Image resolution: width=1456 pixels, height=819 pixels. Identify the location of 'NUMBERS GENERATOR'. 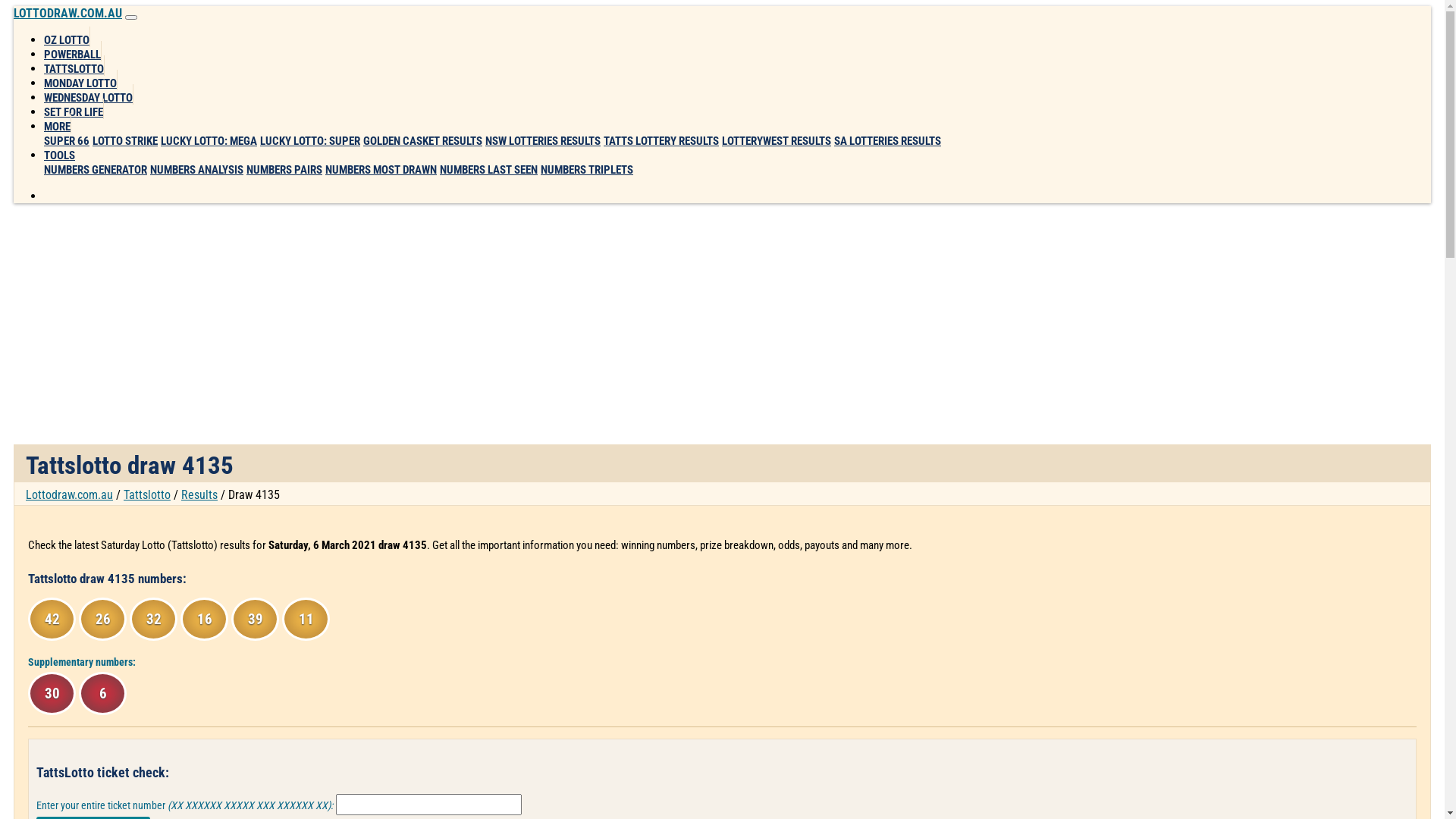
(94, 169).